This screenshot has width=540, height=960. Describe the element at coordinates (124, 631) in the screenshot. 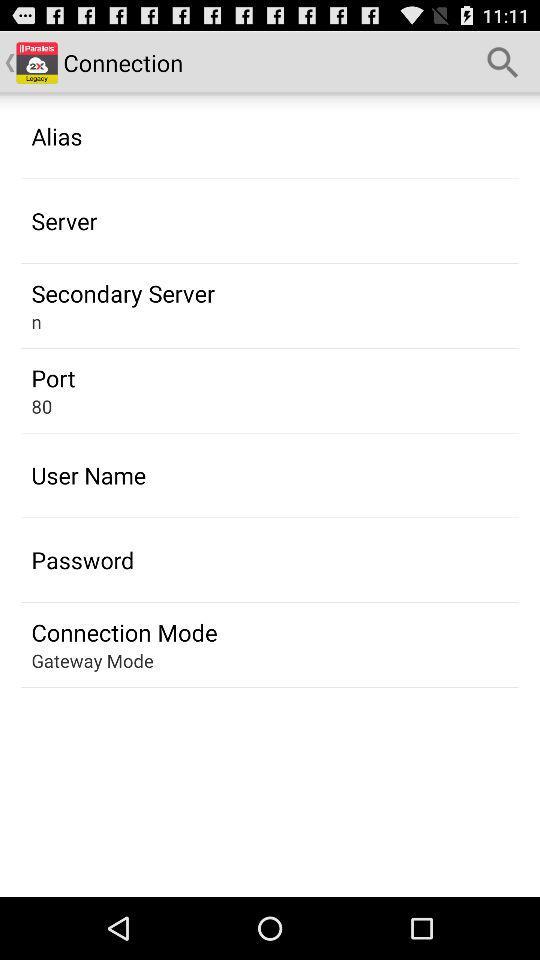

I see `the connection mode` at that location.